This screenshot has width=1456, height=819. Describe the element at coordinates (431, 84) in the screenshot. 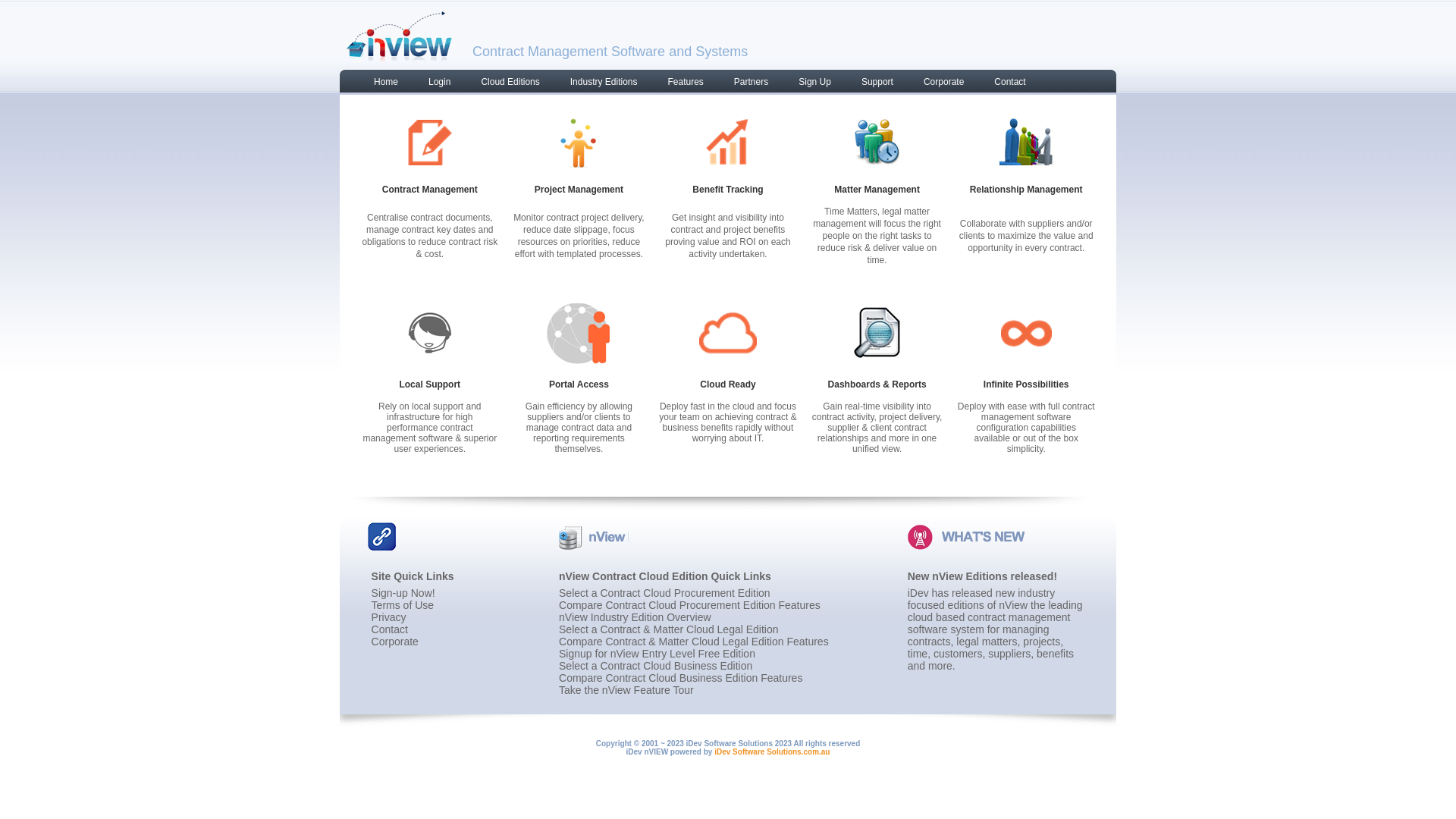

I see `'Login'` at that location.